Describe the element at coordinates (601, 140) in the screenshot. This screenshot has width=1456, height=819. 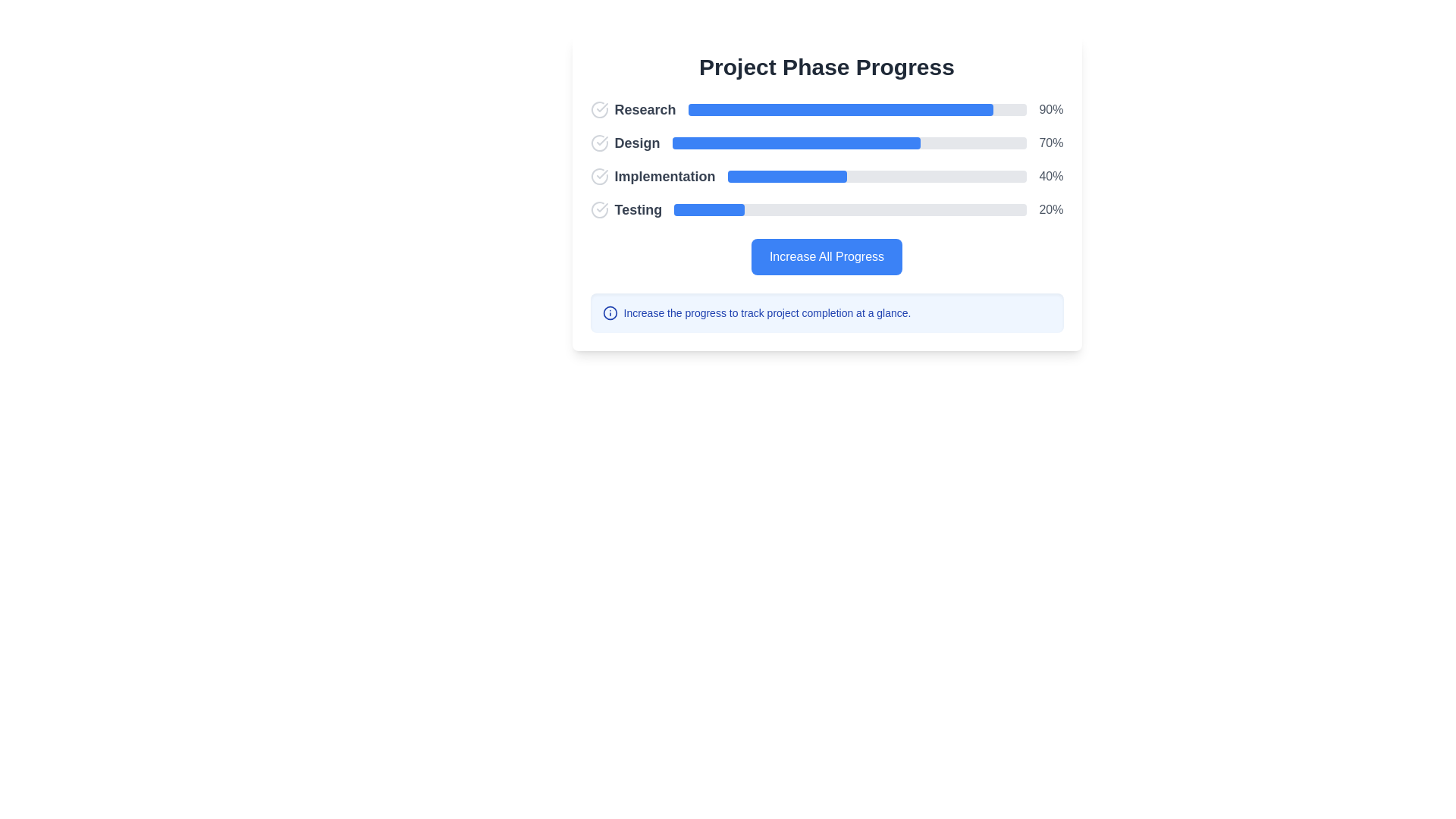
I see `the small check mark icon that indicates progress for the 'Design' phase` at that location.